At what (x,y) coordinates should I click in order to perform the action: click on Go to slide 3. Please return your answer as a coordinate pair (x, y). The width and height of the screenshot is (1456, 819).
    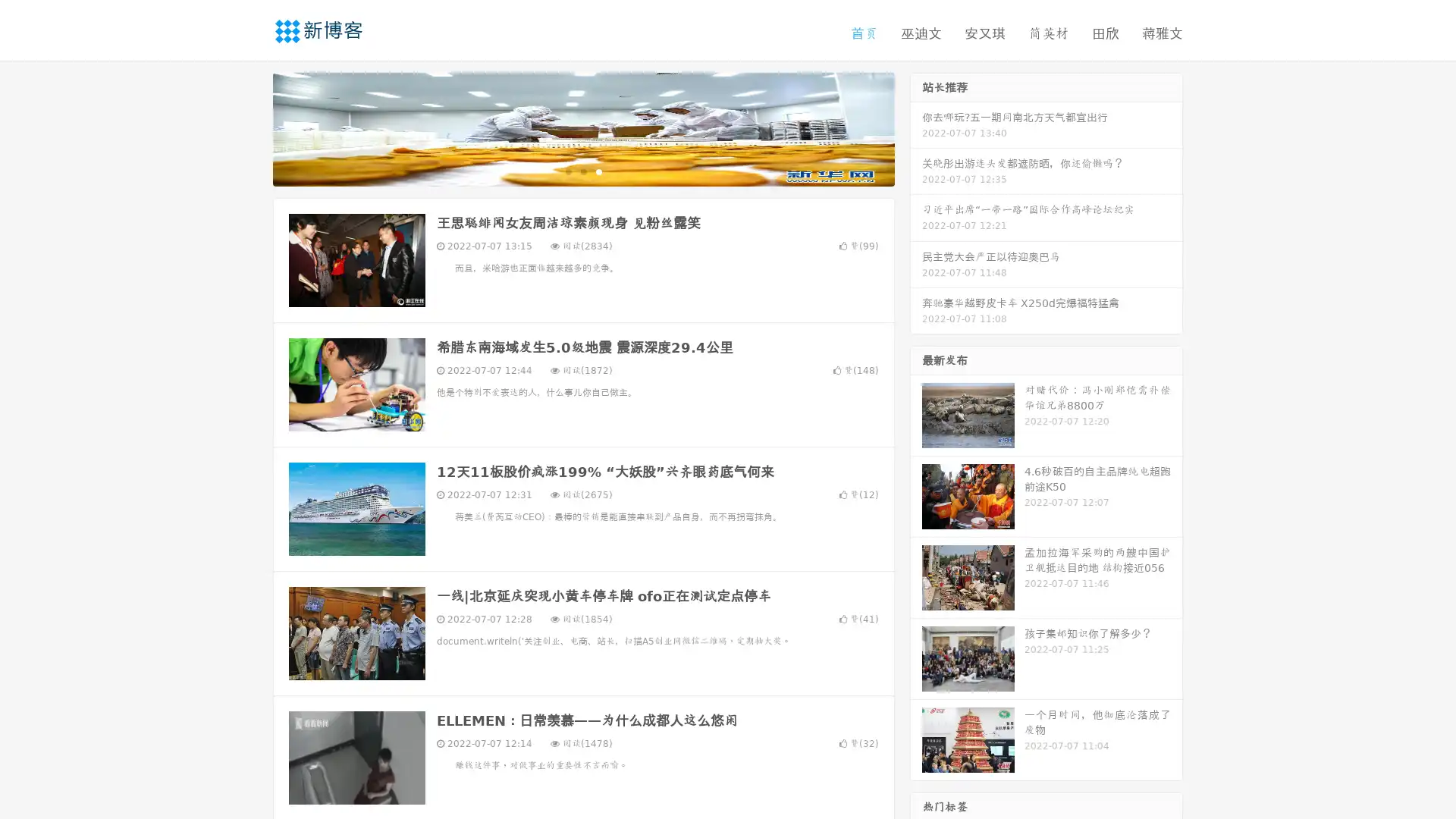
    Looking at the image, I should click on (598, 171).